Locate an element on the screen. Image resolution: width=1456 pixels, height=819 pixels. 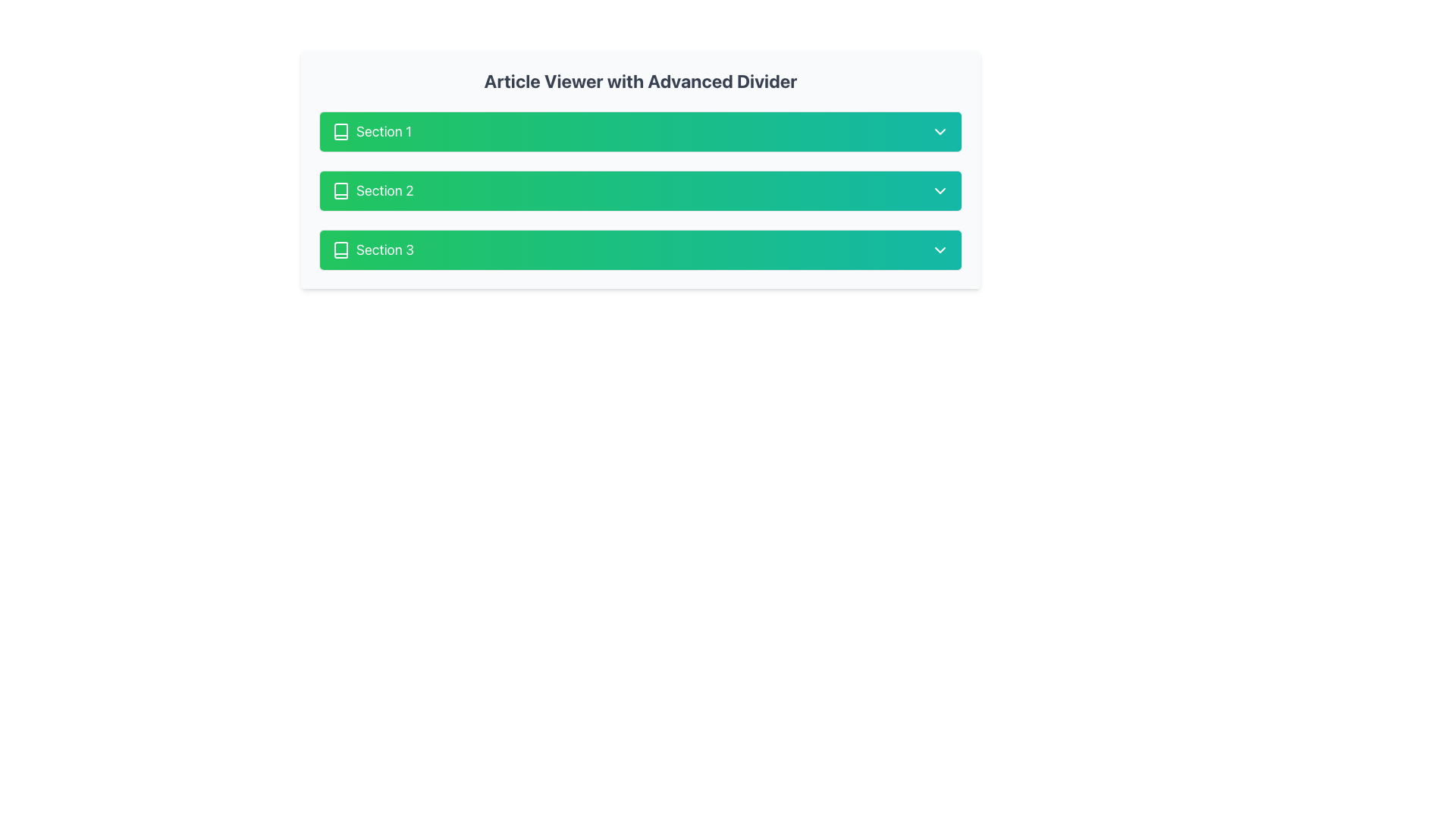
the graphical icon representing the book for Section 2, located on the left side of the section row is located at coordinates (340, 190).